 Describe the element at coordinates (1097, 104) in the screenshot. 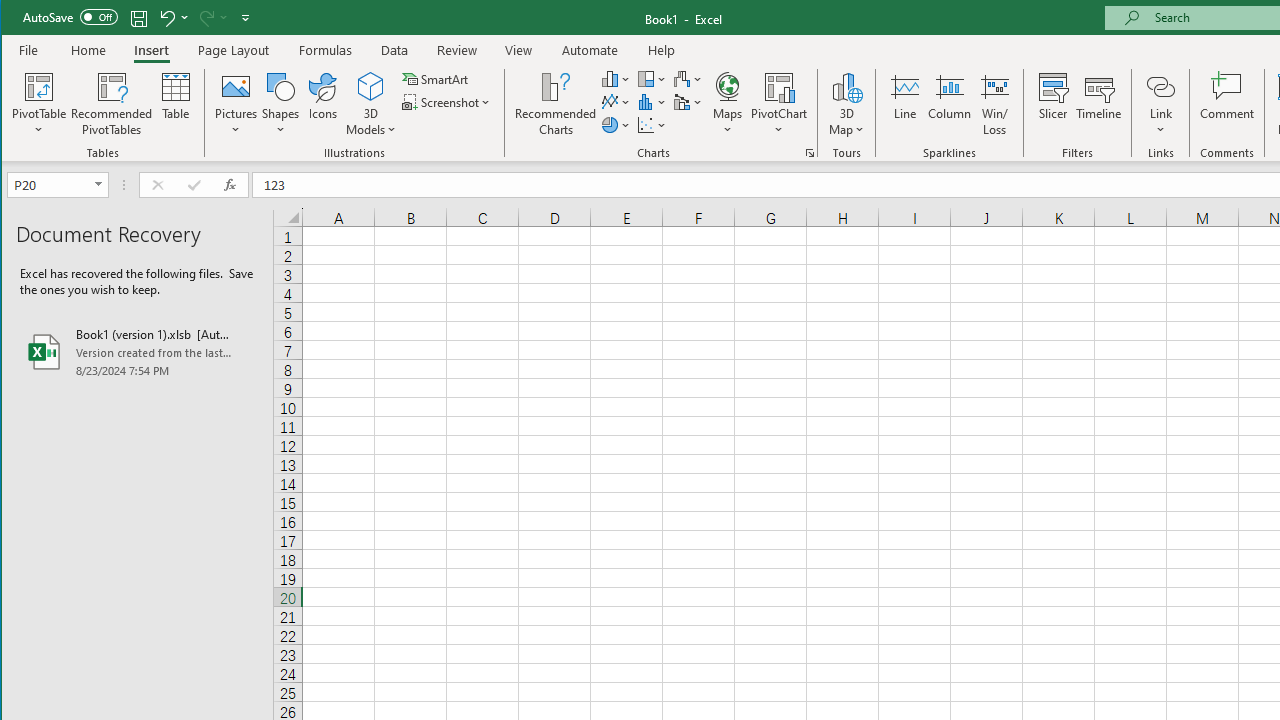

I see `'Timeline'` at that location.